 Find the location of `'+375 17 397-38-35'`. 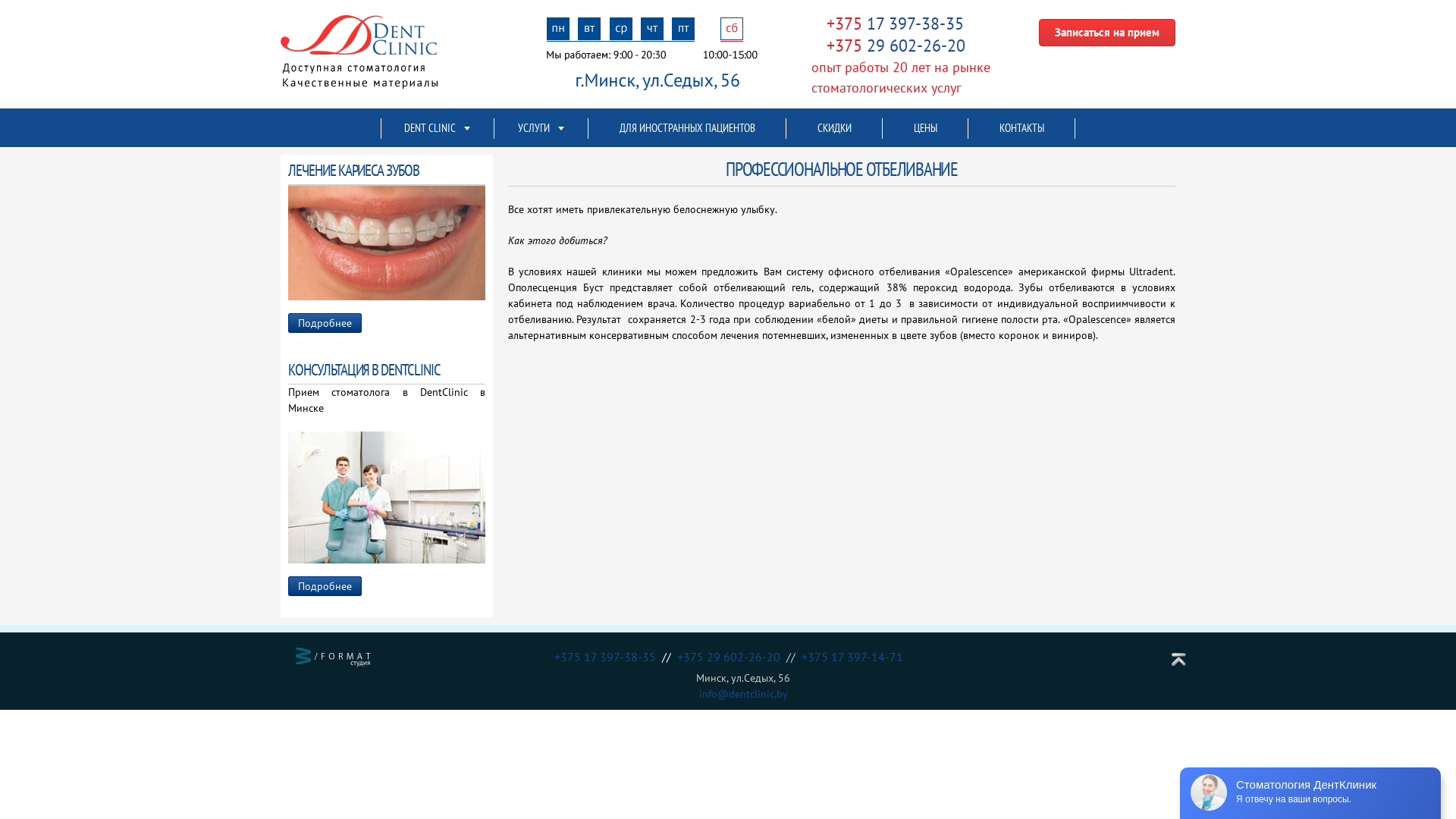

'+375 17 397-38-35' is located at coordinates (895, 26).